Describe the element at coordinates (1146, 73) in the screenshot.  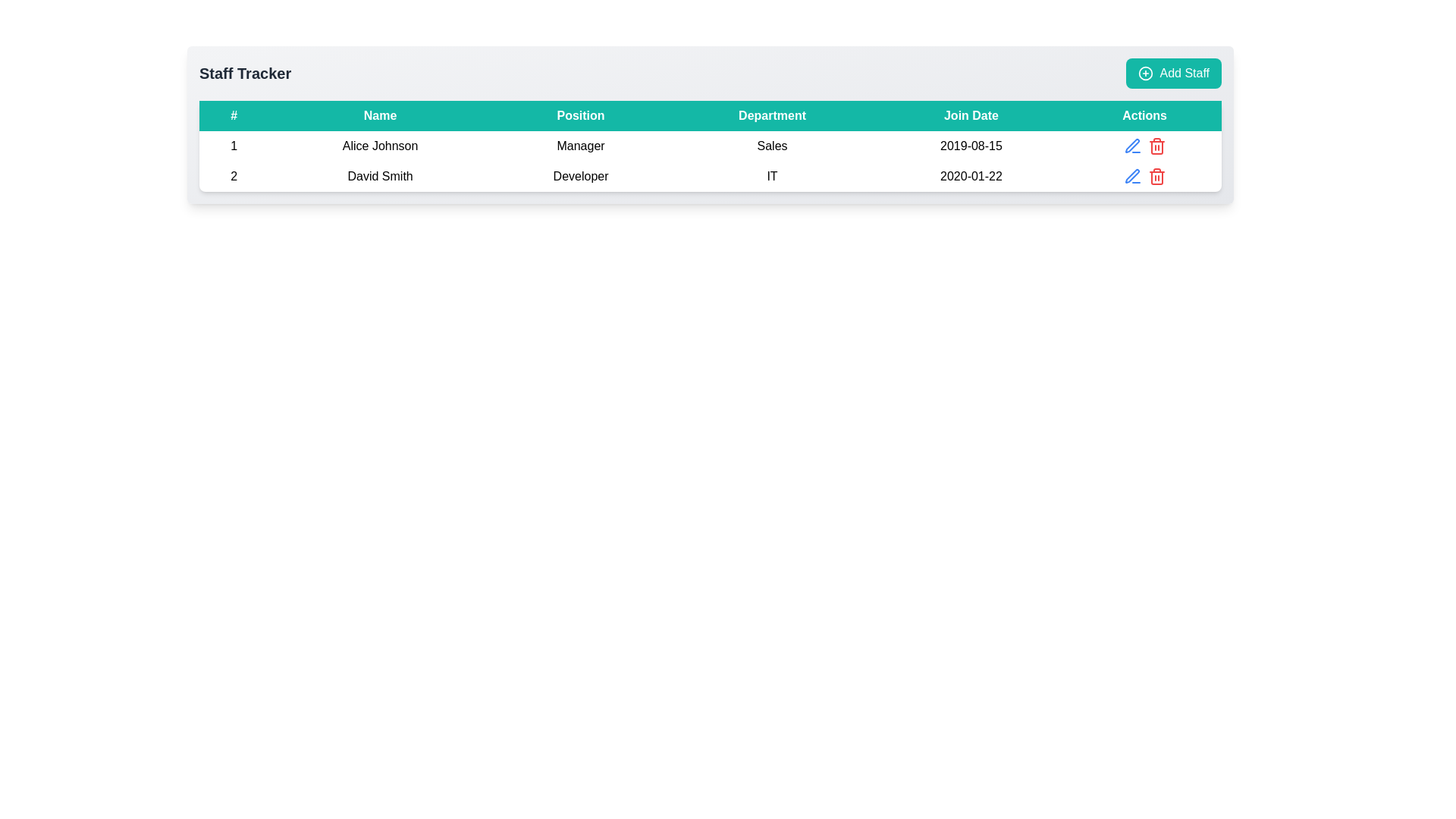
I see `the circular icon that signifies the addition of a new staff member, located inside the 'Add Staff' button, to the left of the button's text label` at that location.